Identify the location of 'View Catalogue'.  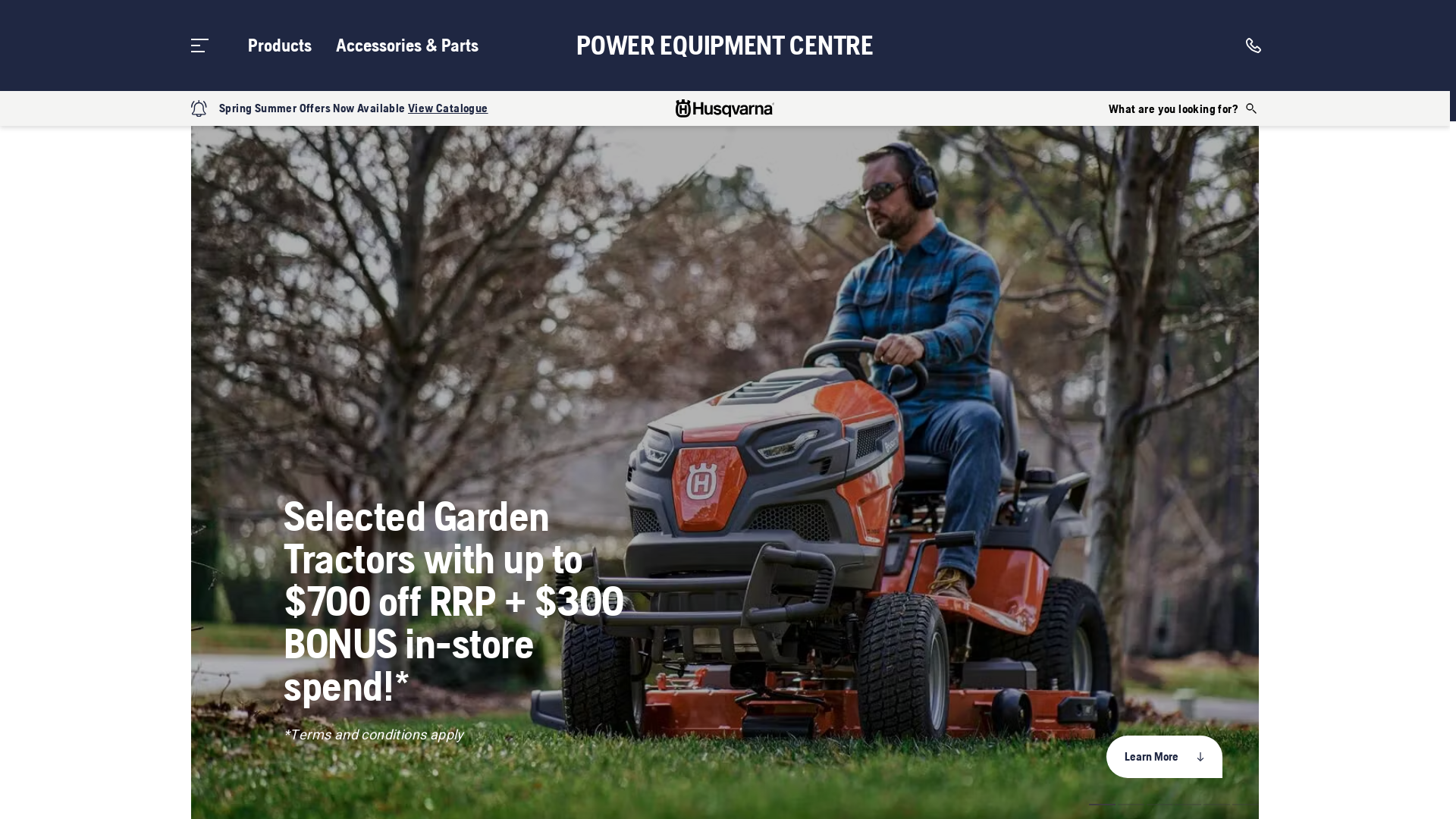
(447, 107).